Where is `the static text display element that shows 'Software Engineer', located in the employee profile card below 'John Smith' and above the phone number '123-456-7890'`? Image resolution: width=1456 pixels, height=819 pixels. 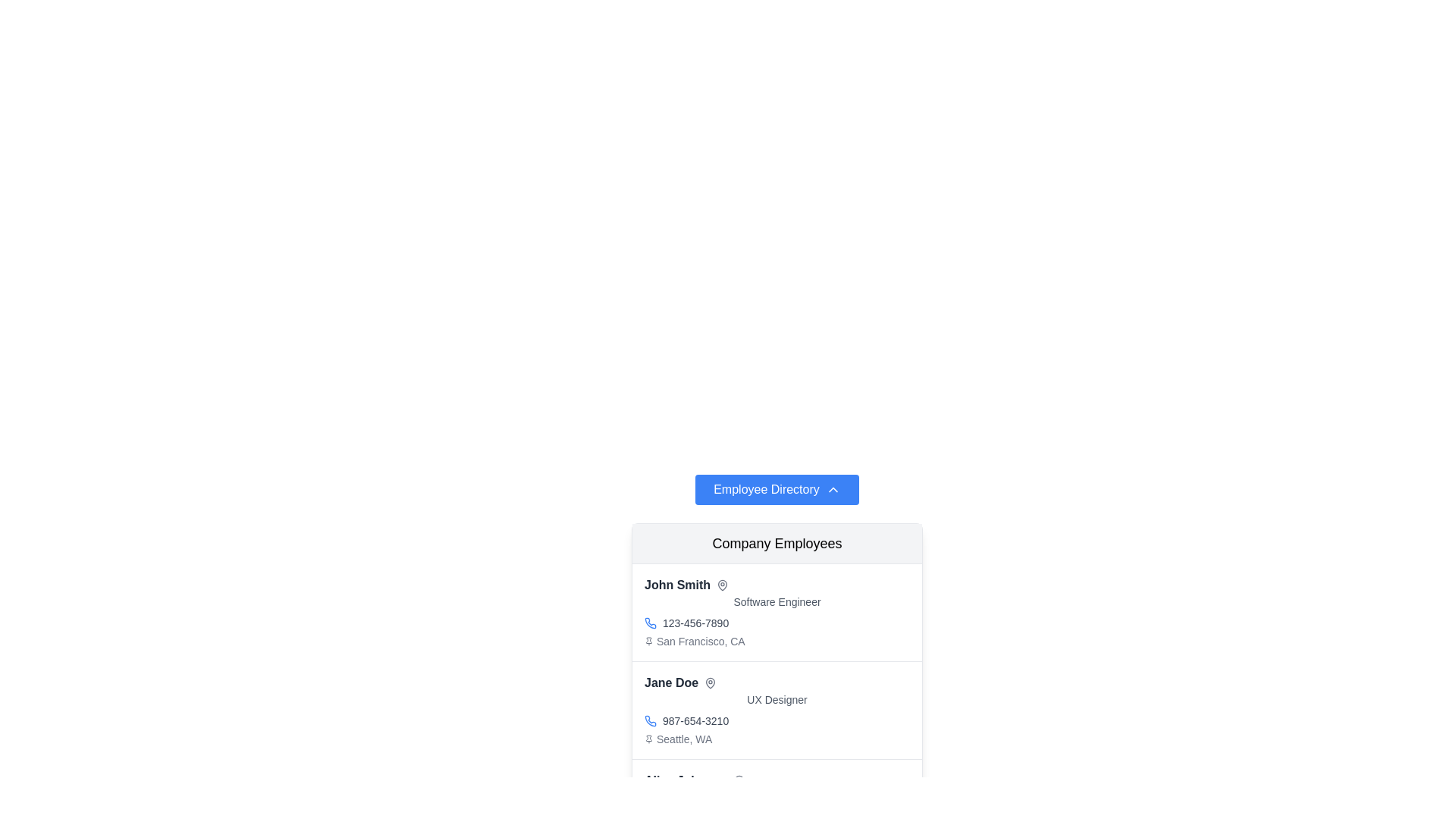 the static text display element that shows 'Software Engineer', located in the employee profile card below 'John Smith' and above the phone number '123-456-7890' is located at coordinates (777, 601).